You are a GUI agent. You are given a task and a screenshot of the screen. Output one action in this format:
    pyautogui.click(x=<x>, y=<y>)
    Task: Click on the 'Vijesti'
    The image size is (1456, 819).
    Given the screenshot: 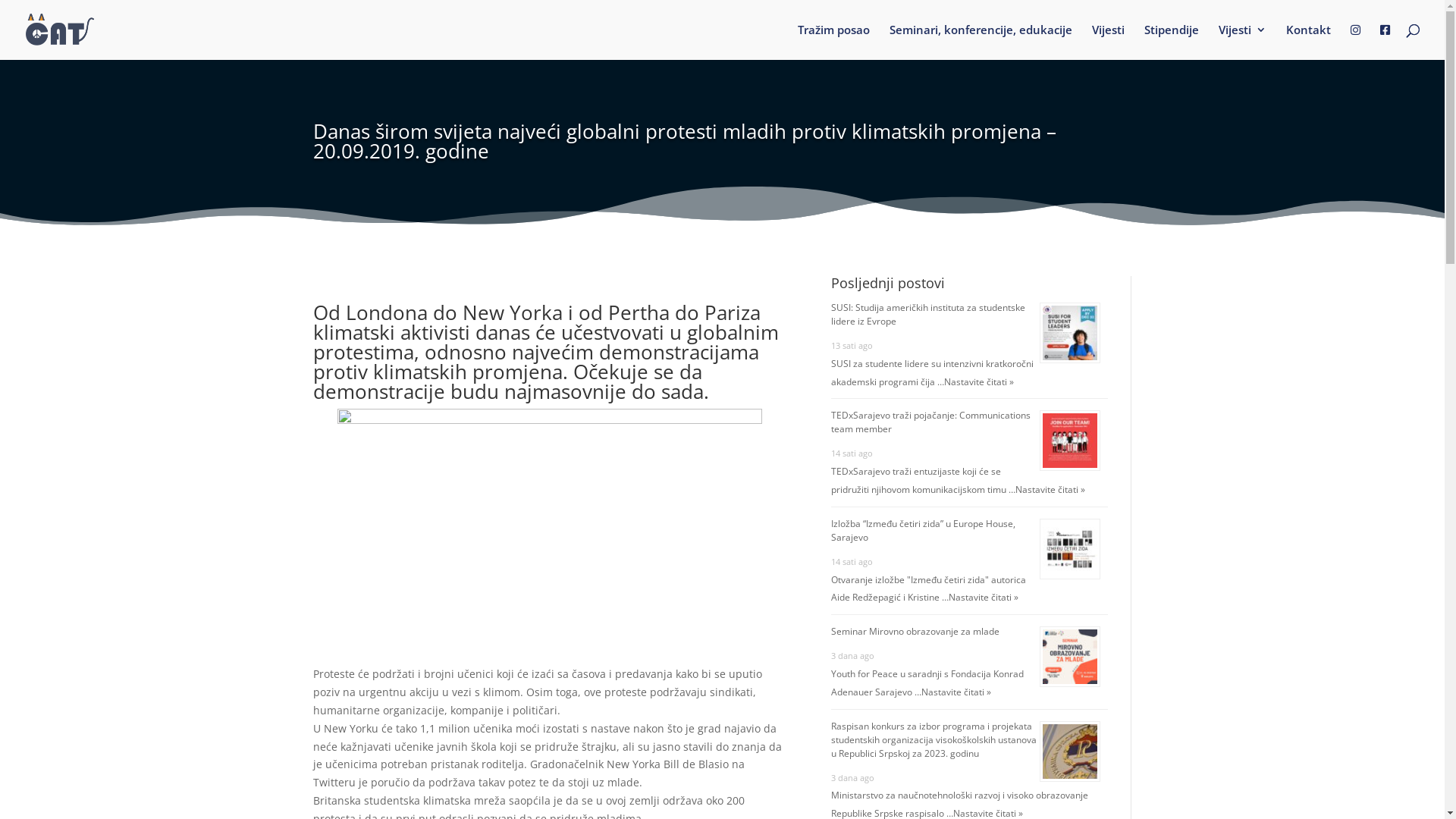 What is the action you would take?
    pyautogui.click(x=1242, y=40)
    